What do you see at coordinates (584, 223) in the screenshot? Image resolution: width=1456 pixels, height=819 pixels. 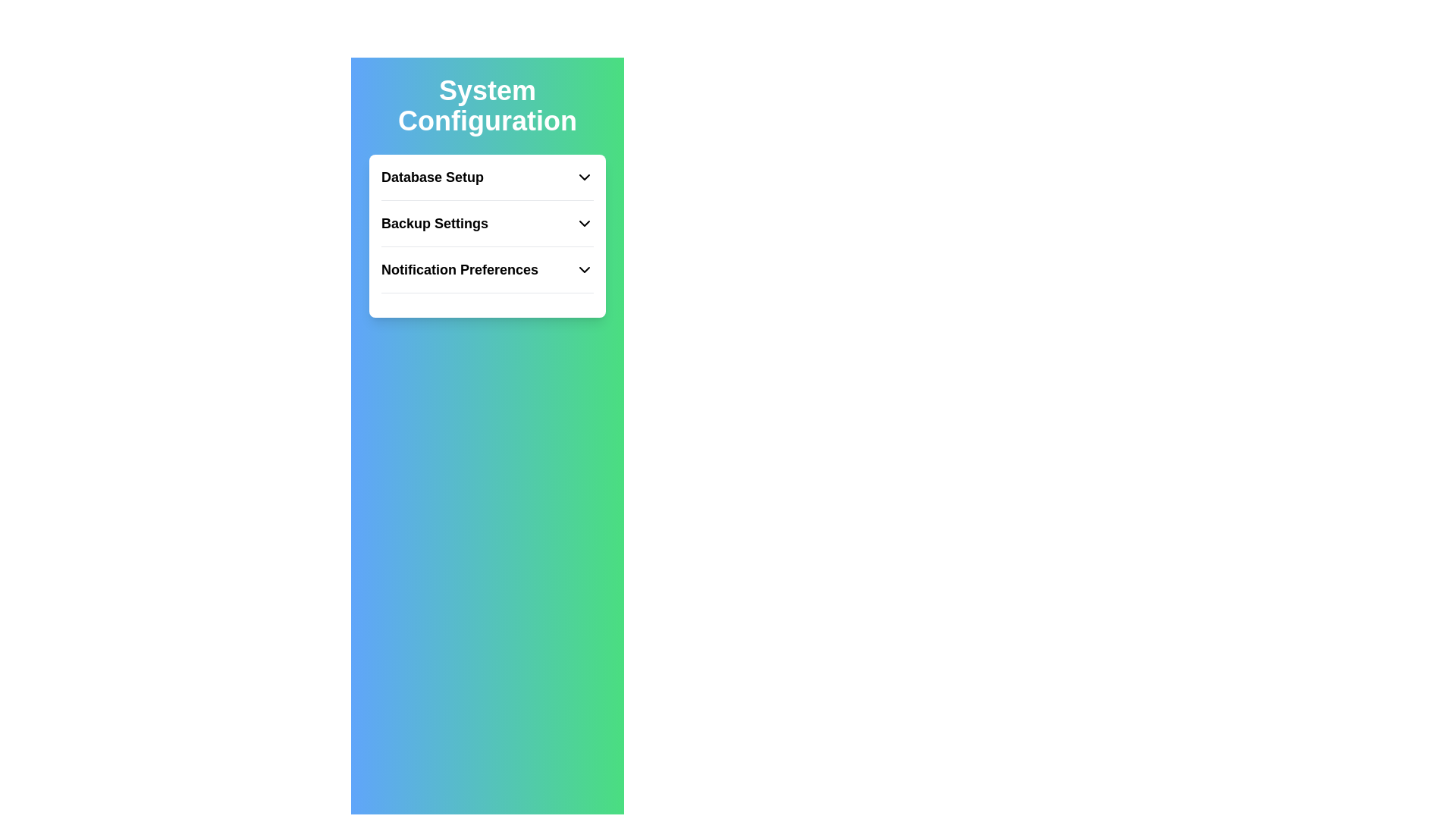 I see `the chevron icon located on the right side of the 'Backup Settings' menu item` at bounding box center [584, 223].